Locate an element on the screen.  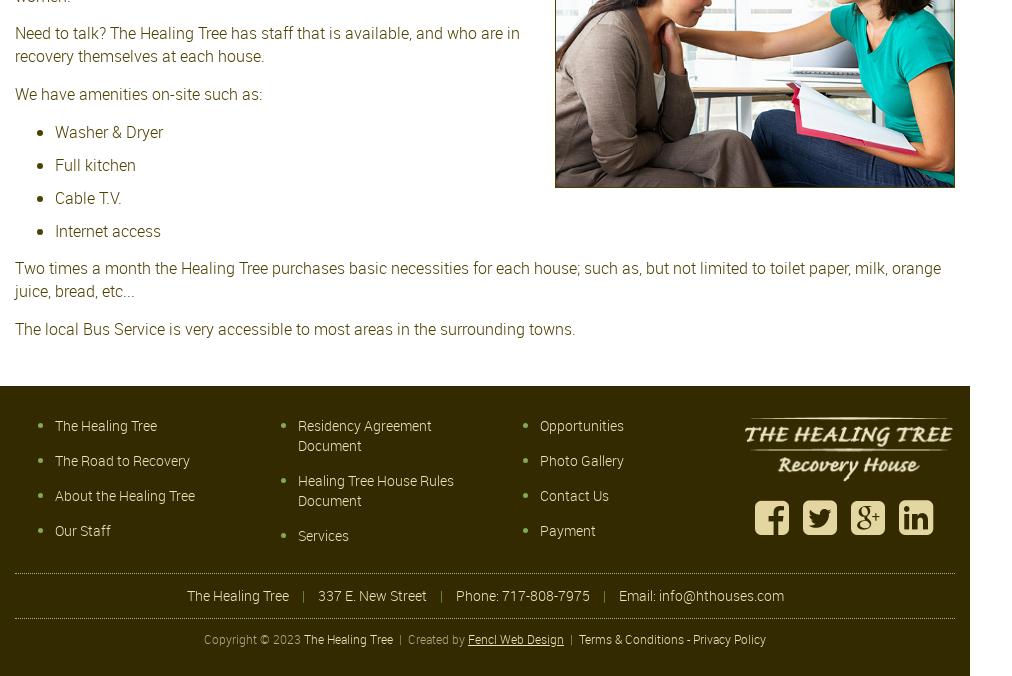
'Healing Tree House Rules Document' is located at coordinates (374, 489).